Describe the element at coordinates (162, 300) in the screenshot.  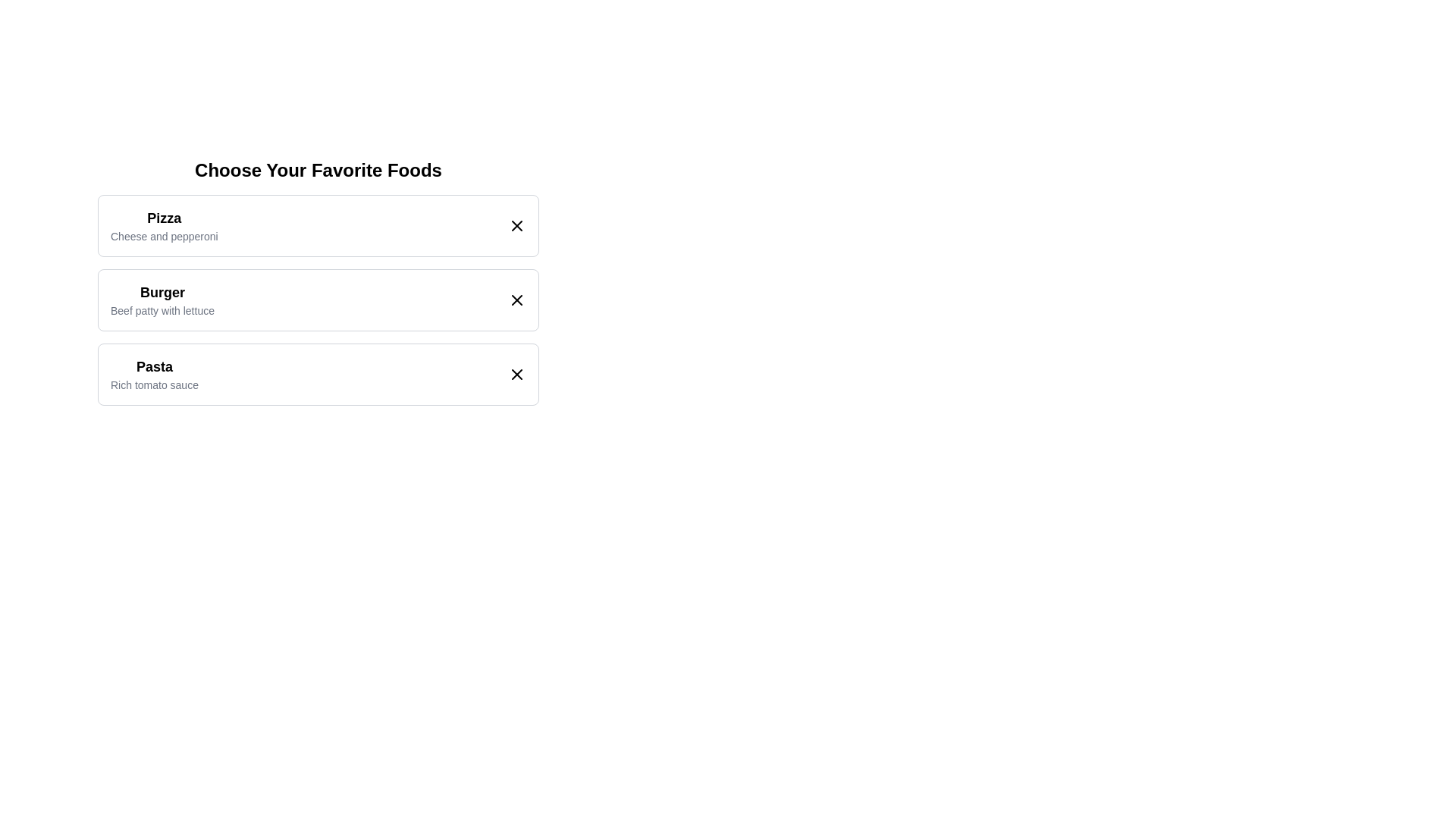
I see `on the selectable menu item labeled 'Burger' which describes 'Beef patty with lettuce' for extended interactions` at that location.